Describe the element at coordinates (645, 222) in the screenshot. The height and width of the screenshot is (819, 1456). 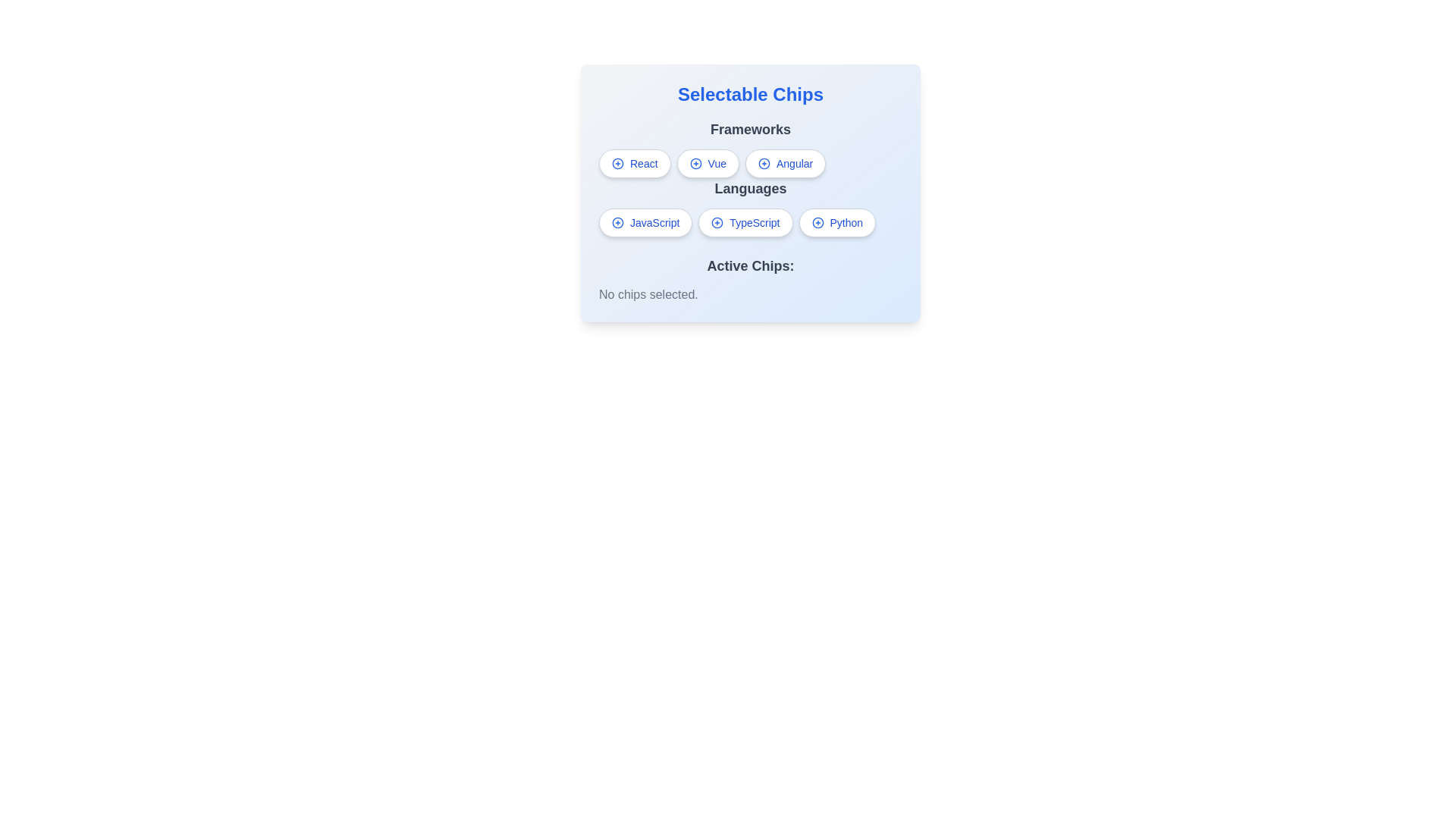
I see `the JavaScript button, which is a horizontal pill-shaped button with white background and blue text, located in the Languages section below the Frameworks section` at that location.